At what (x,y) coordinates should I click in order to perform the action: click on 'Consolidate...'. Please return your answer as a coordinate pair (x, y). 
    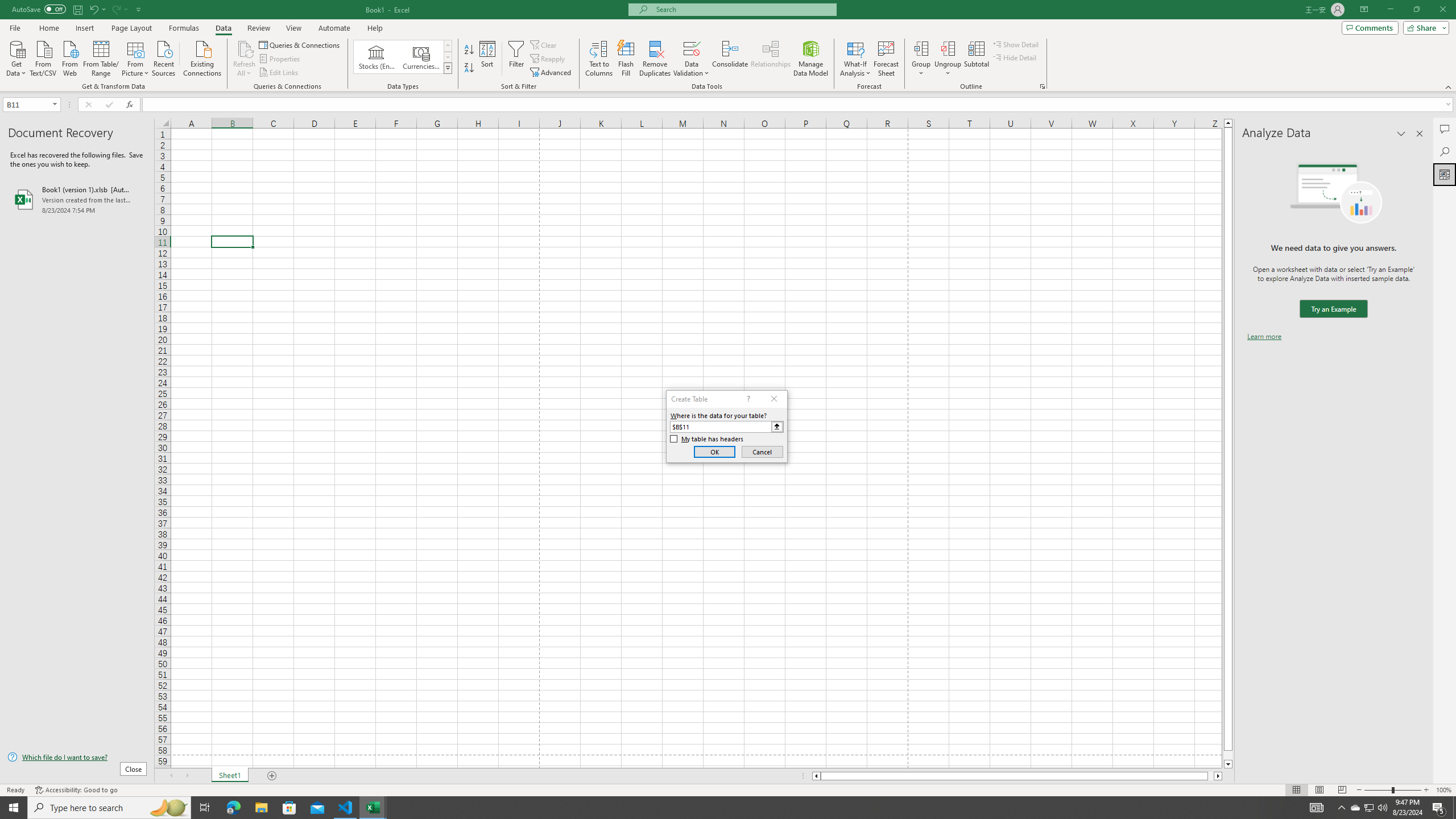
    Looking at the image, I should click on (730, 59).